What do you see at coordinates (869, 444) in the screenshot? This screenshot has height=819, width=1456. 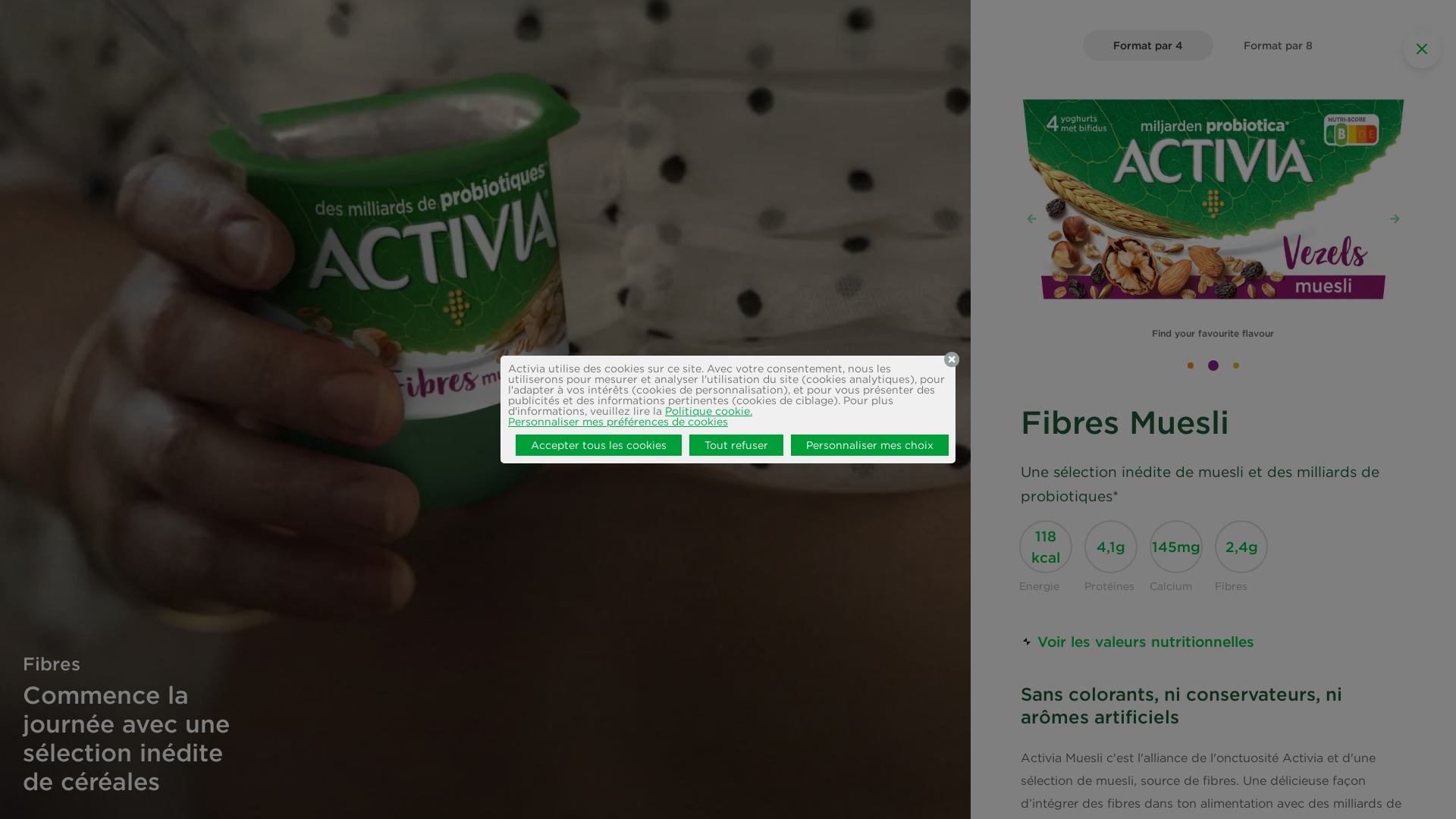 I see `'Personnaliser mes choix'` at bounding box center [869, 444].